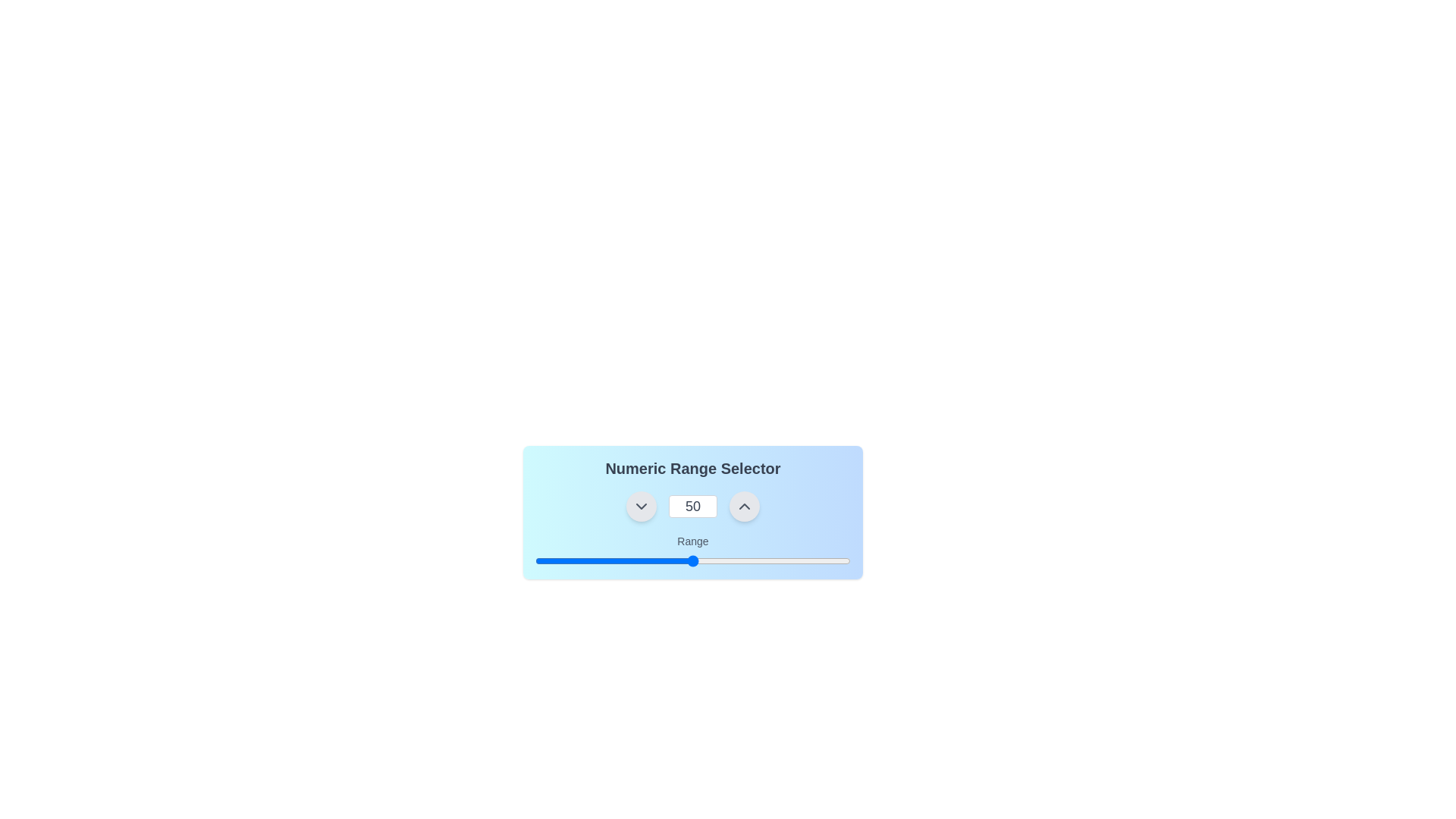 The height and width of the screenshot is (819, 1456). Describe the element at coordinates (648, 561) in the screenshot. I see `range` at that location.